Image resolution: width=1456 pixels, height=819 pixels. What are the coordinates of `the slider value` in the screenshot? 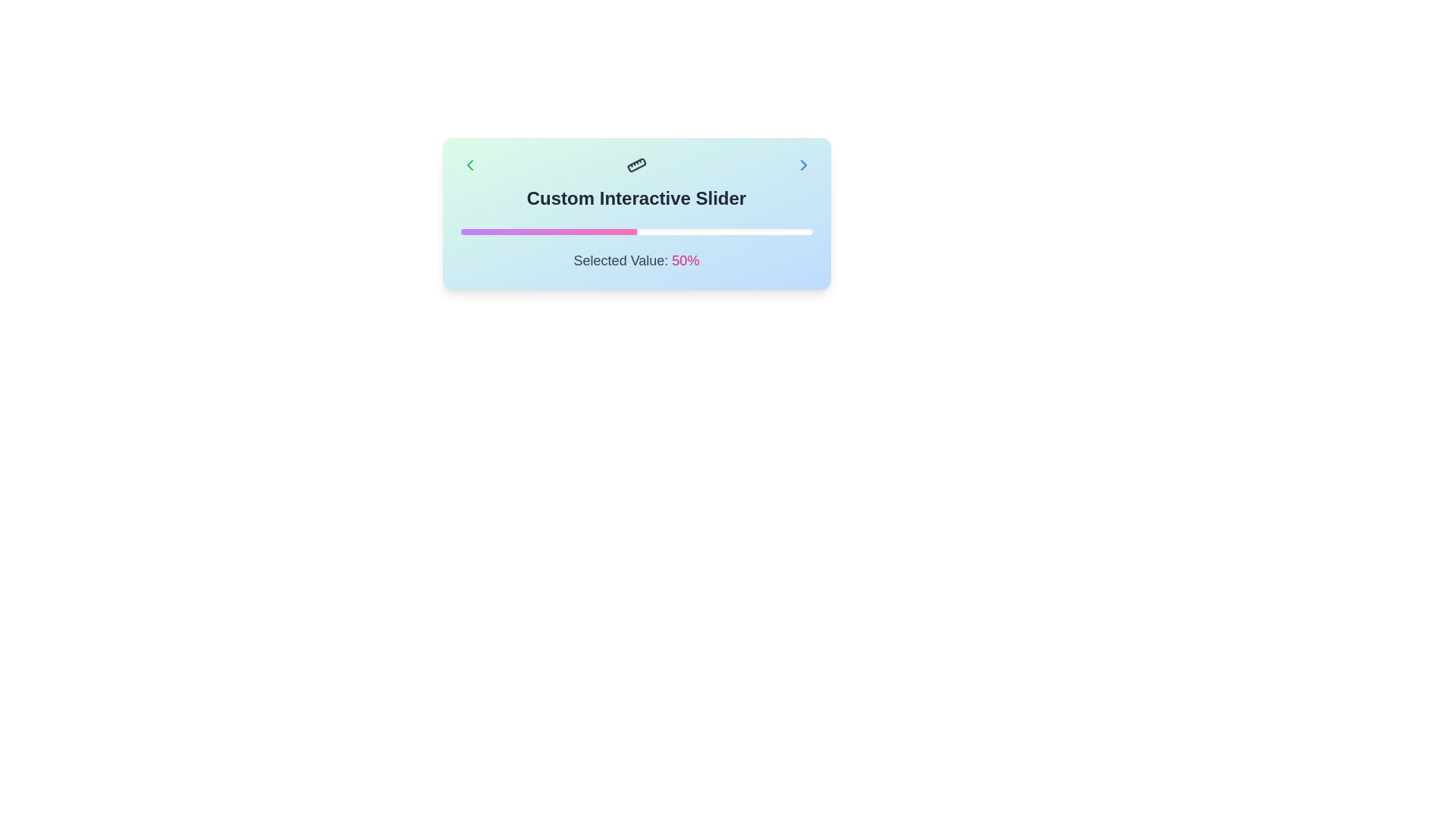 It's located at (608, 231).